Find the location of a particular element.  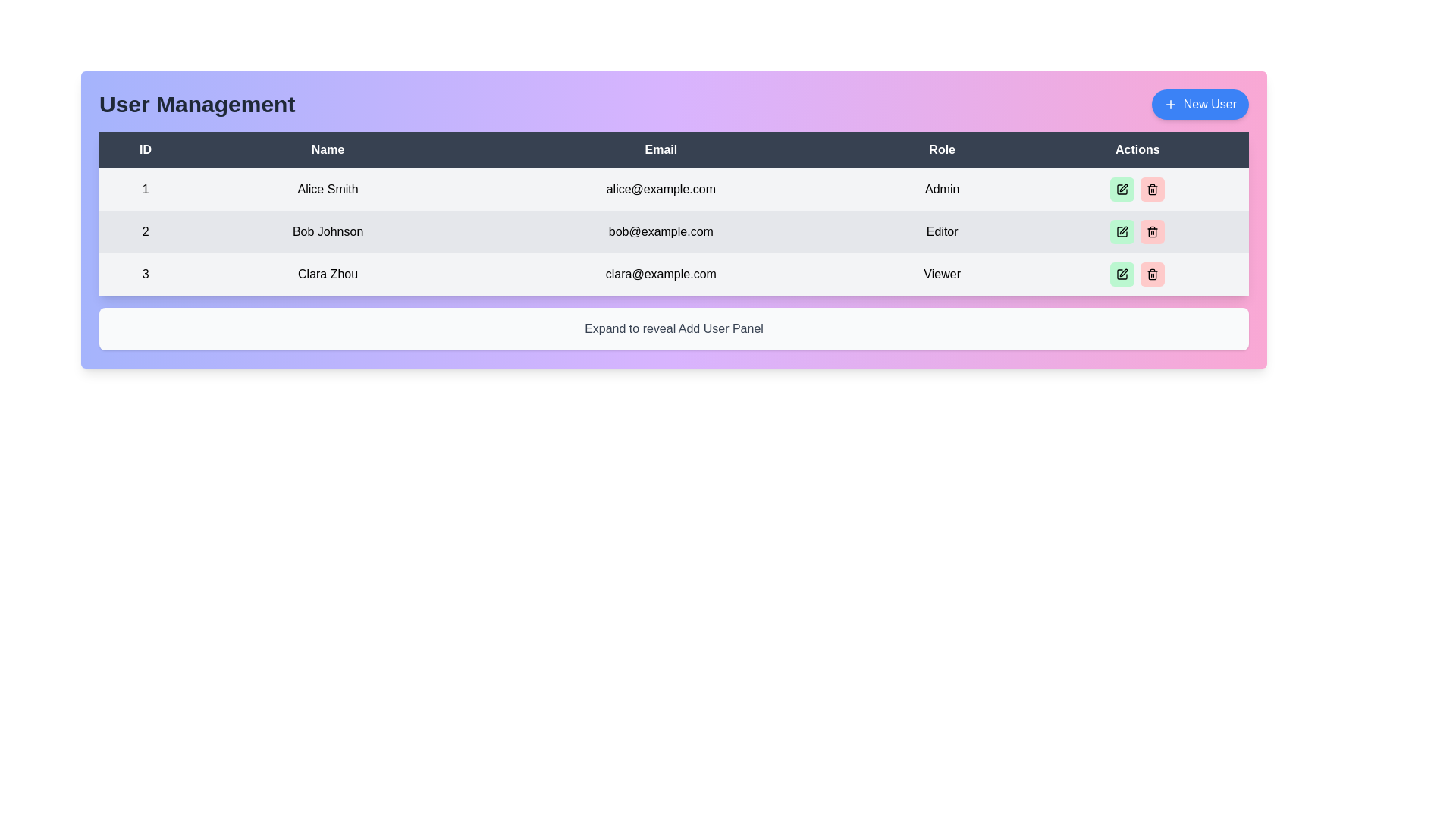

the edit button in the 'Actions' column of the table for the user with the role 'Editor' is located at coordinates (1122, 231).